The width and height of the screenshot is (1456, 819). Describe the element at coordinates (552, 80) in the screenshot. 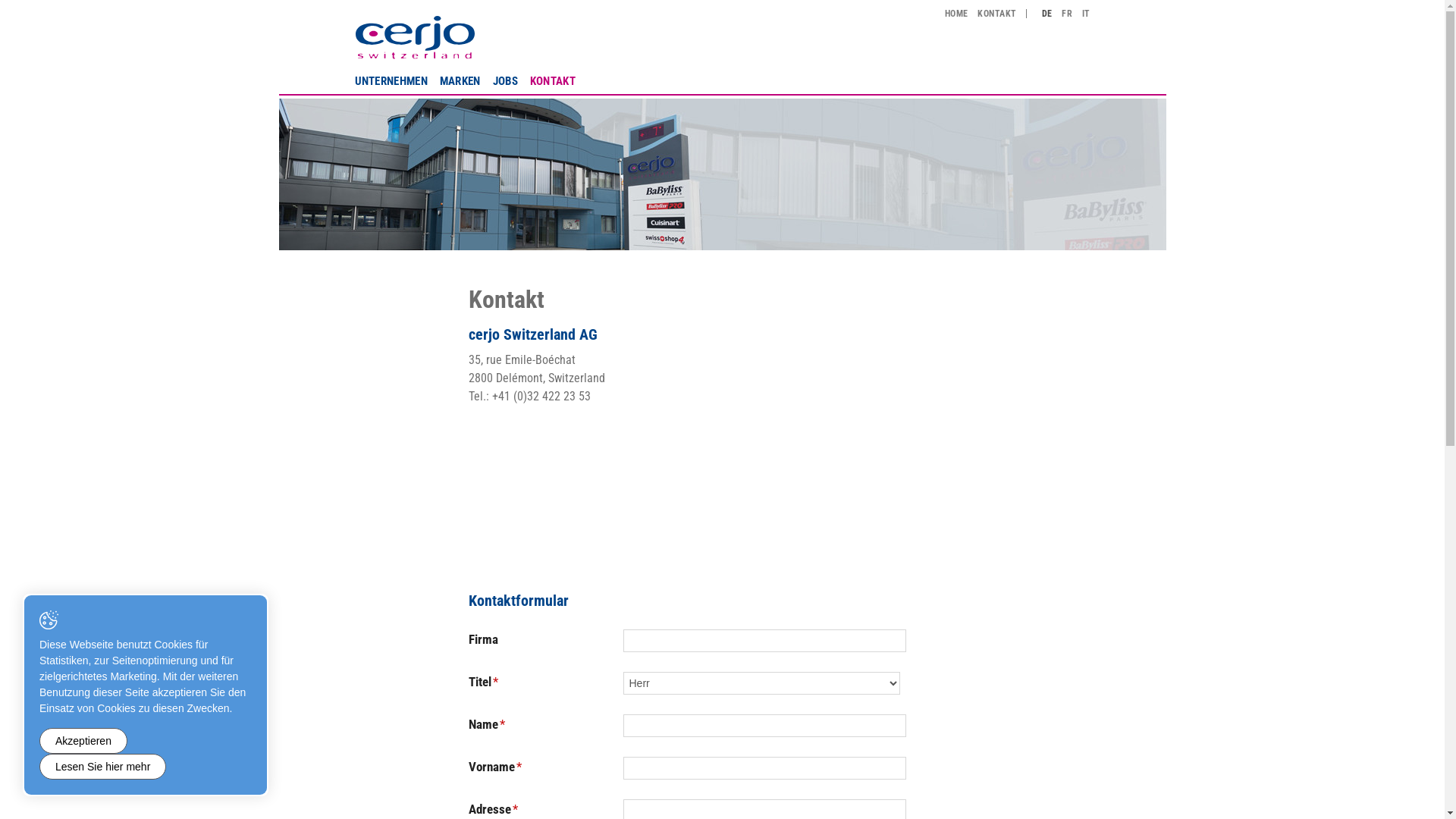

I see `'KONTAKT'` at that location.